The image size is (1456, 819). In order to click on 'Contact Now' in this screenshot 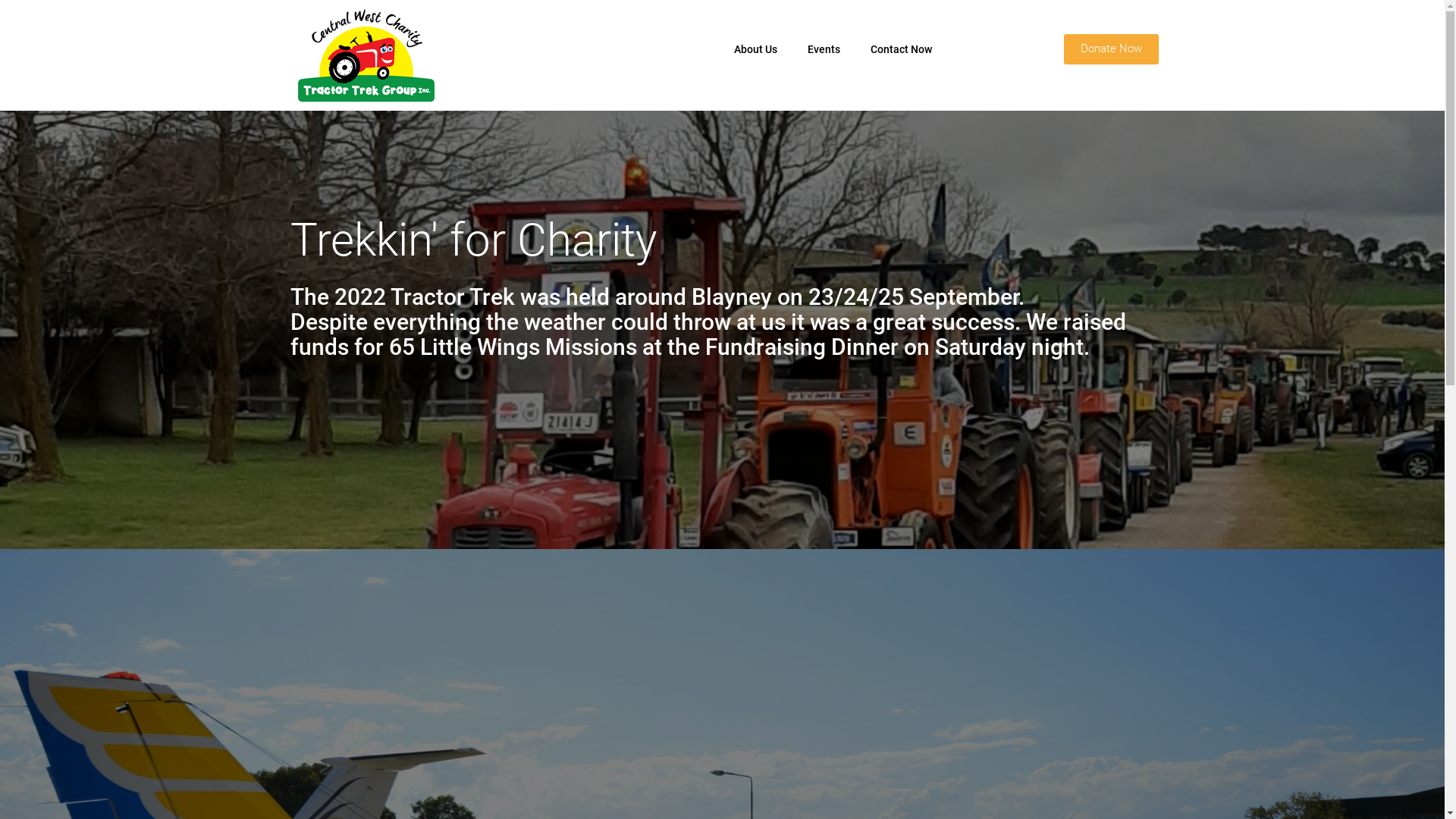, I will do `click(855, 49)`.